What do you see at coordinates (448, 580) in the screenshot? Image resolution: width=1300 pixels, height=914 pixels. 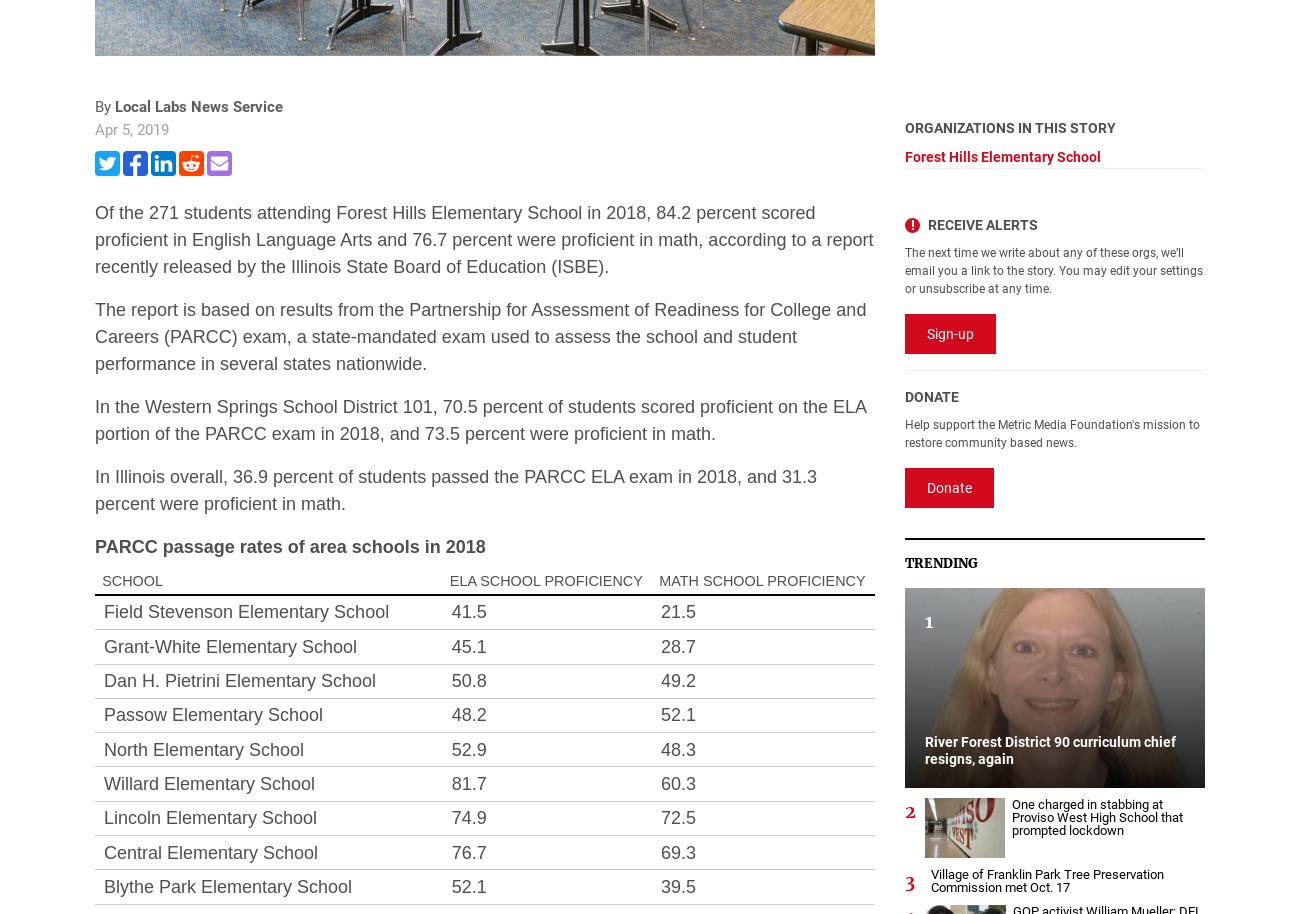 I see `'ELA School Proficiency'` at bounding box center [448, 580].